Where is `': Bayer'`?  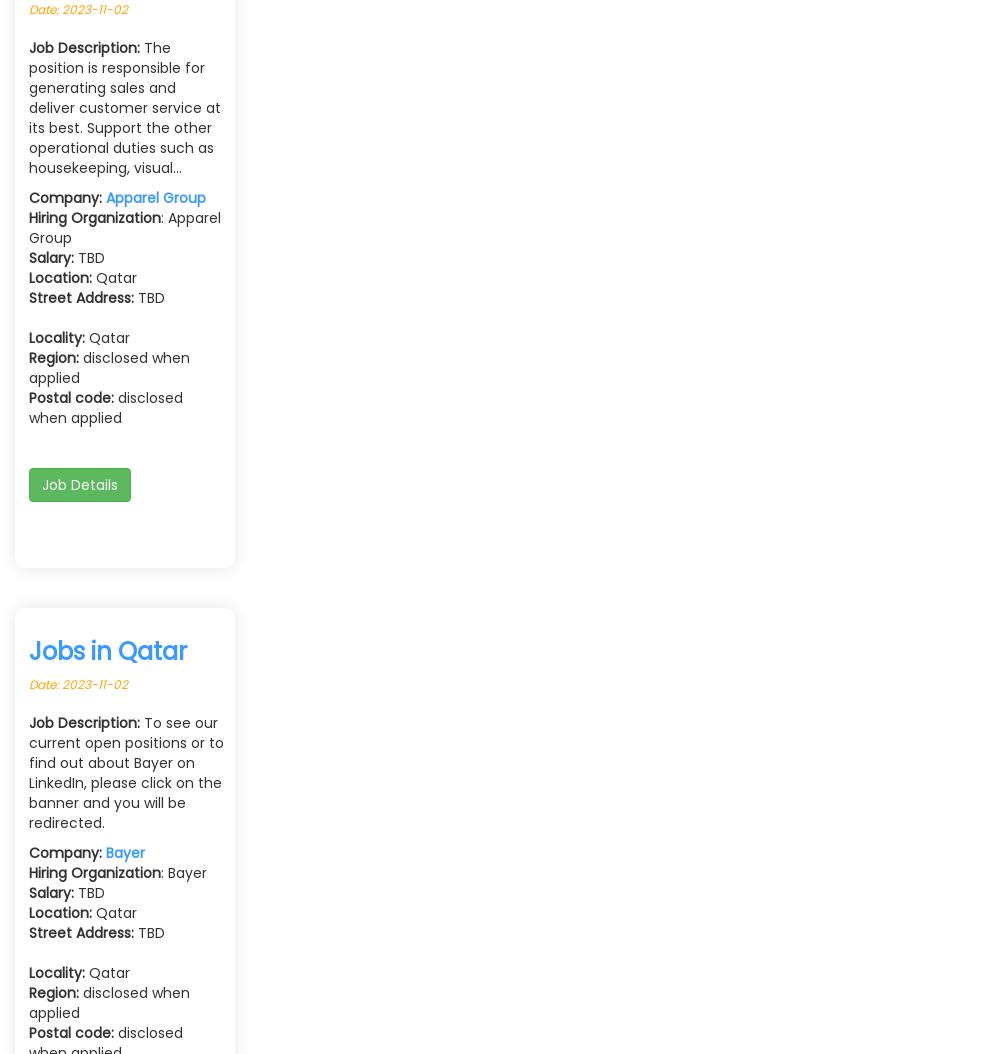
': Bayer' is located at coordinates (184, 871).